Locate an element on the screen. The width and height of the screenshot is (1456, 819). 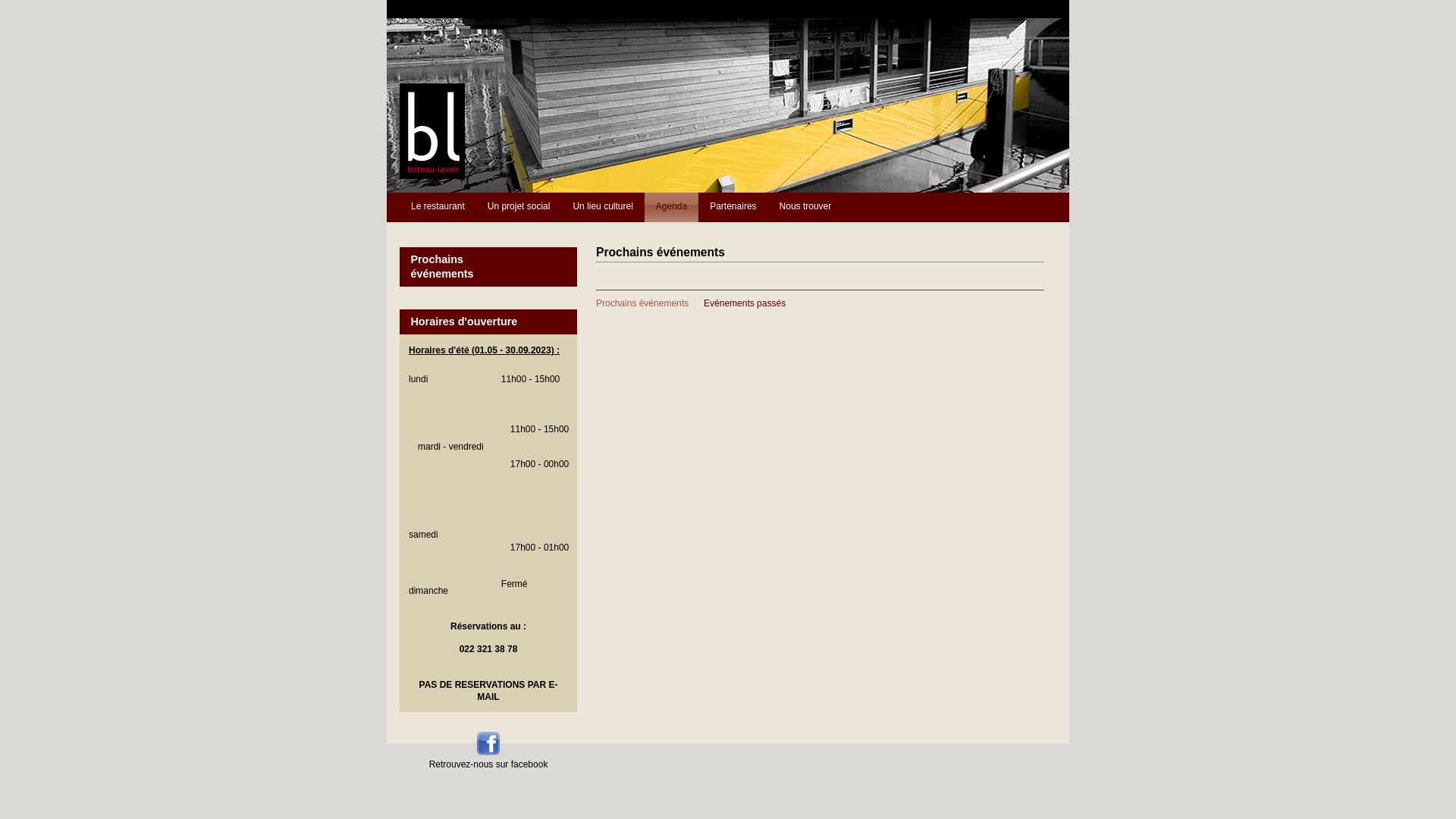
'Un lieu culturel' is located at coordinates (601, 207).